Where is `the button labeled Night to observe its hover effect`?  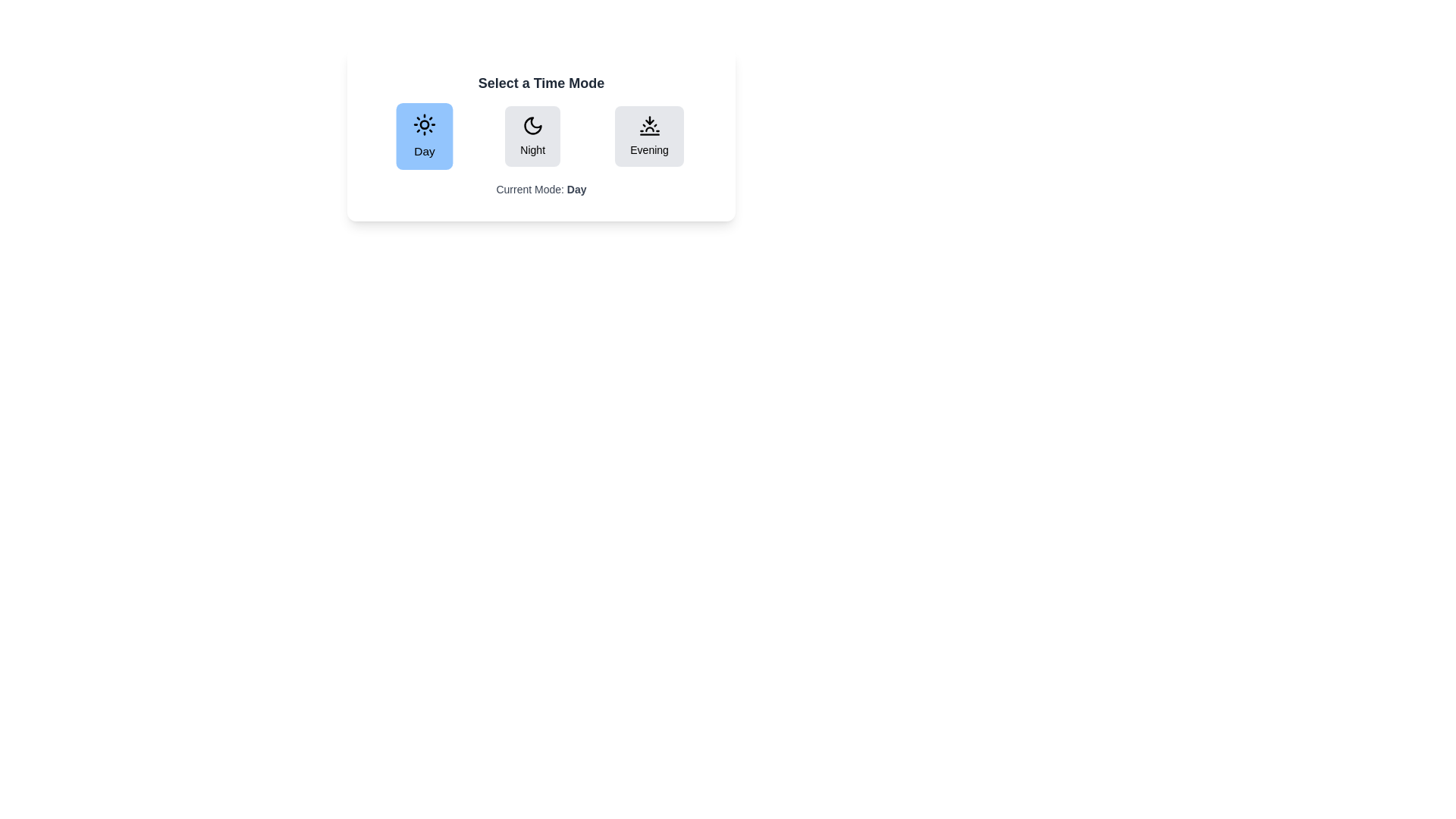
the button labeled Night to observe its hover effect is located at coordinates (532, 136).